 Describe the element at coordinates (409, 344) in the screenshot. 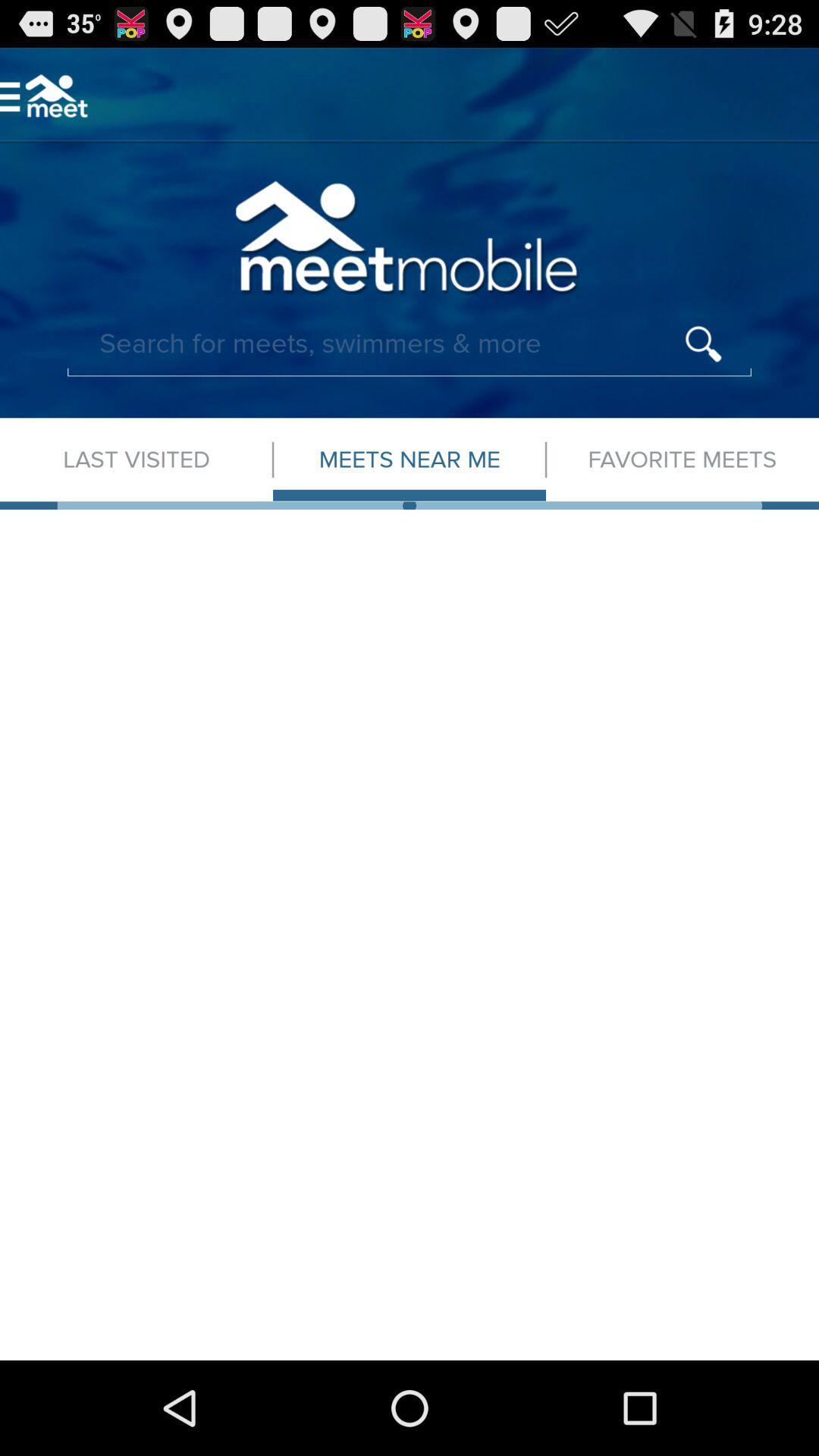

I see `search` at that location.